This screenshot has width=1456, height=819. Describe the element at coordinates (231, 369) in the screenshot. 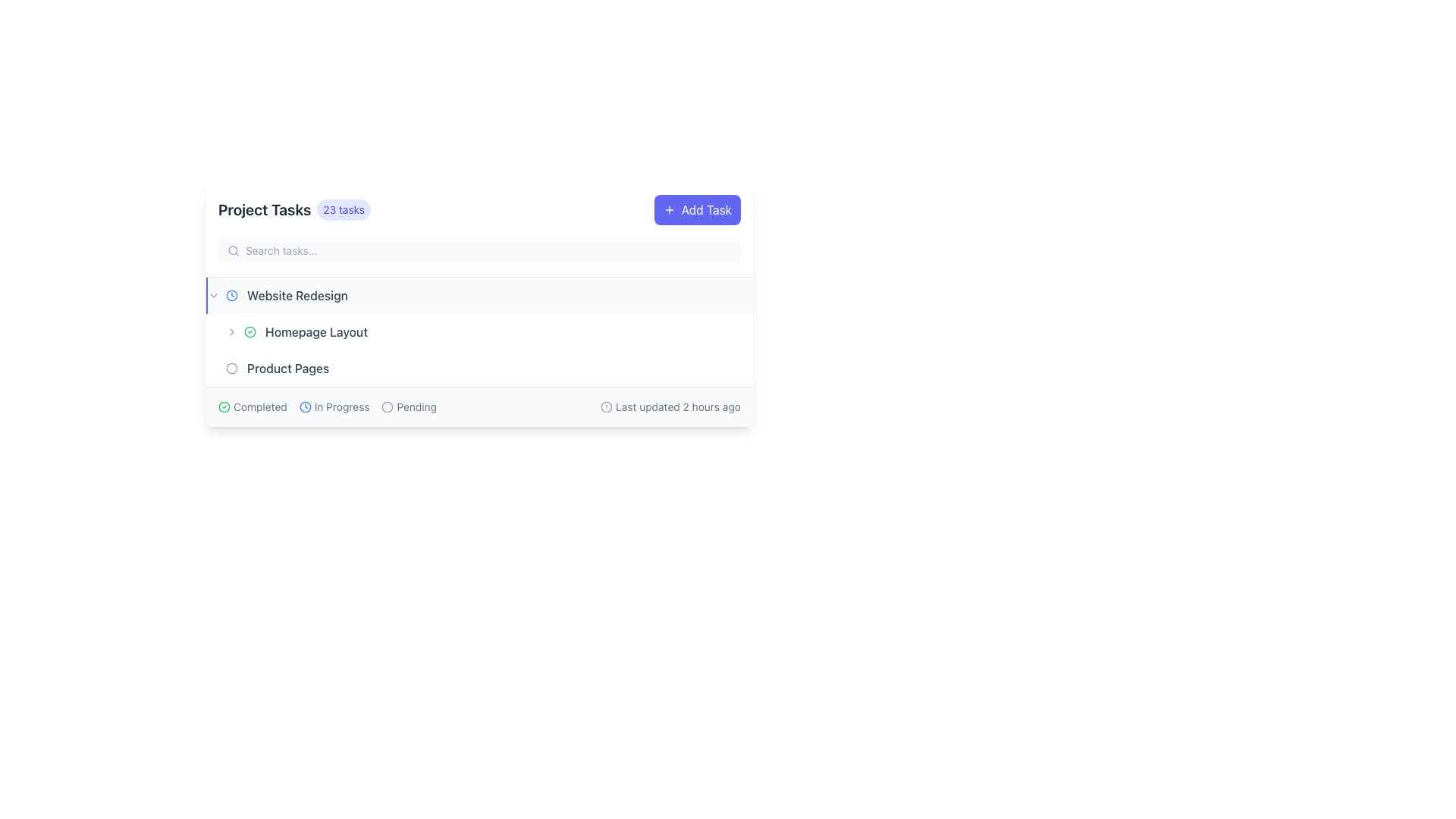

I see `the circular SVG element located slightly to the left of the 'Product Pages' text in the 'Project Tasks' UI section` at that location.